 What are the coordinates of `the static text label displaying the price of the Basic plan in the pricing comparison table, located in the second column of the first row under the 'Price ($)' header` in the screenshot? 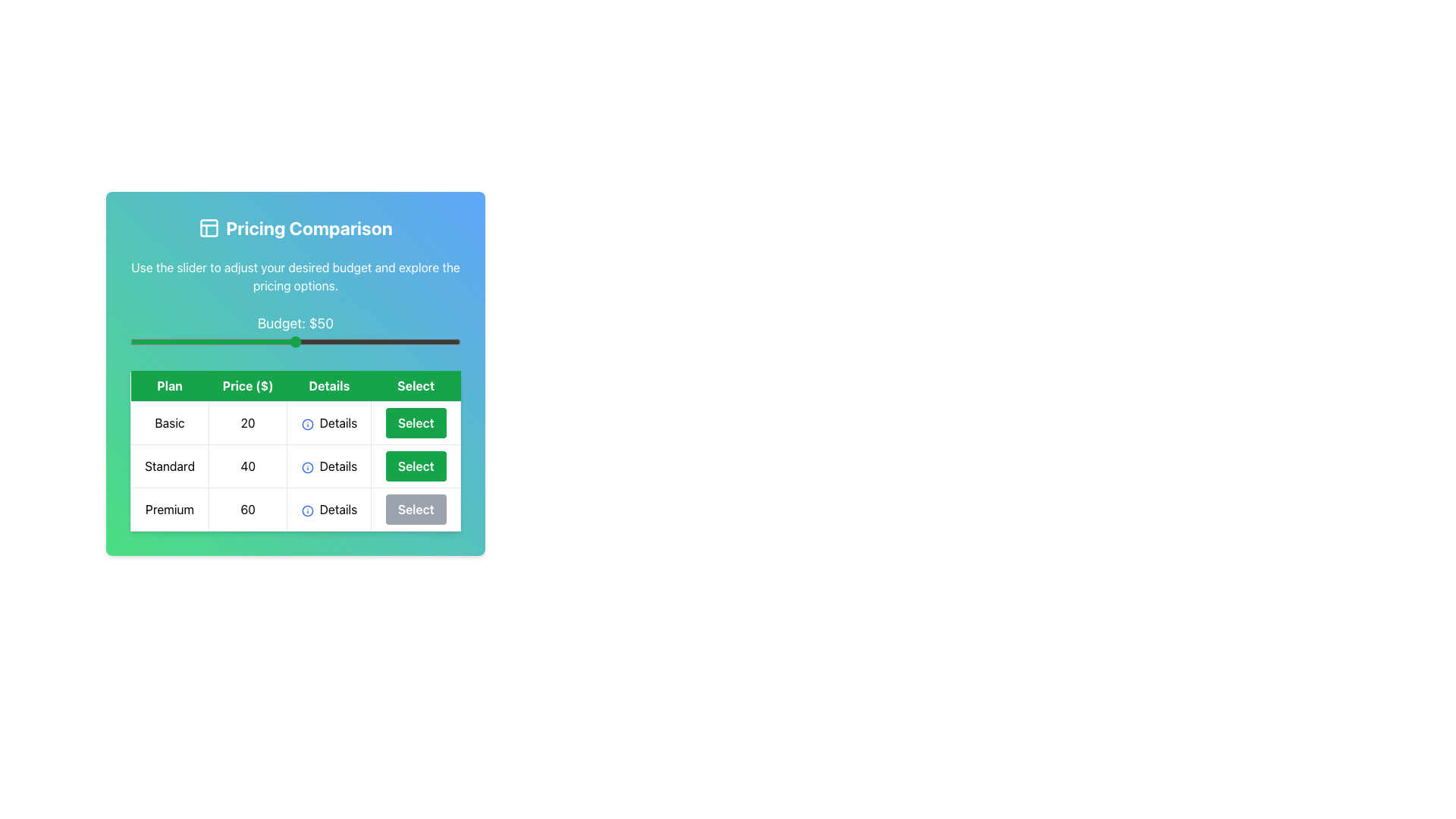 It's located at (248, 423).